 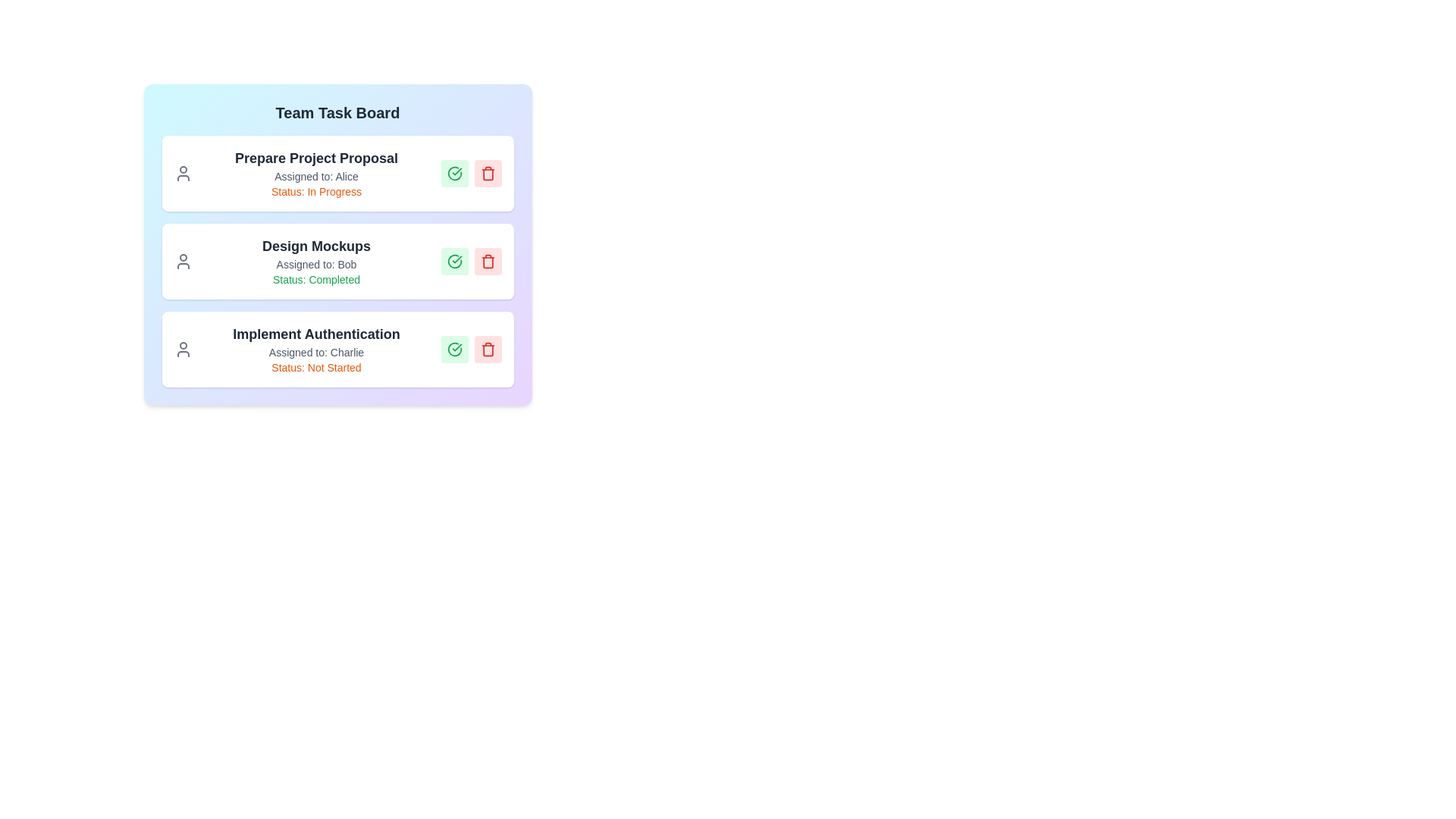 What do you see at coordinates (488, 350) in the screenshot?
I see `trash button for the task titled 'Implement Authentication' to delete it` at bounding box center [488, 350].